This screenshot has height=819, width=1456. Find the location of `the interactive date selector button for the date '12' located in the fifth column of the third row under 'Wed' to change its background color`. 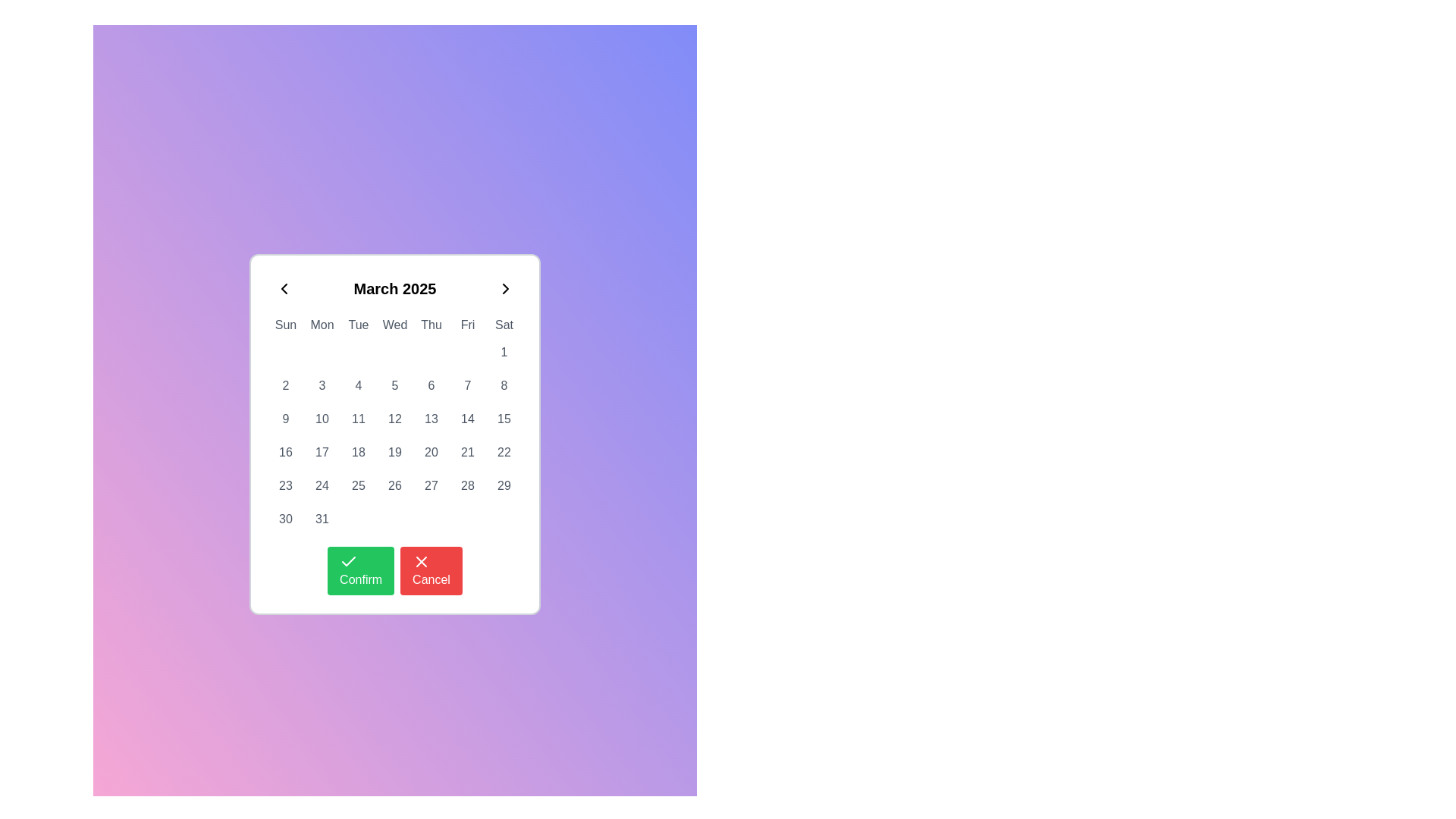

the interactive date selector button for the date '12' located in the fifth column of the third row under 'Wed' to change its background color is located at coordinates (395, 419).